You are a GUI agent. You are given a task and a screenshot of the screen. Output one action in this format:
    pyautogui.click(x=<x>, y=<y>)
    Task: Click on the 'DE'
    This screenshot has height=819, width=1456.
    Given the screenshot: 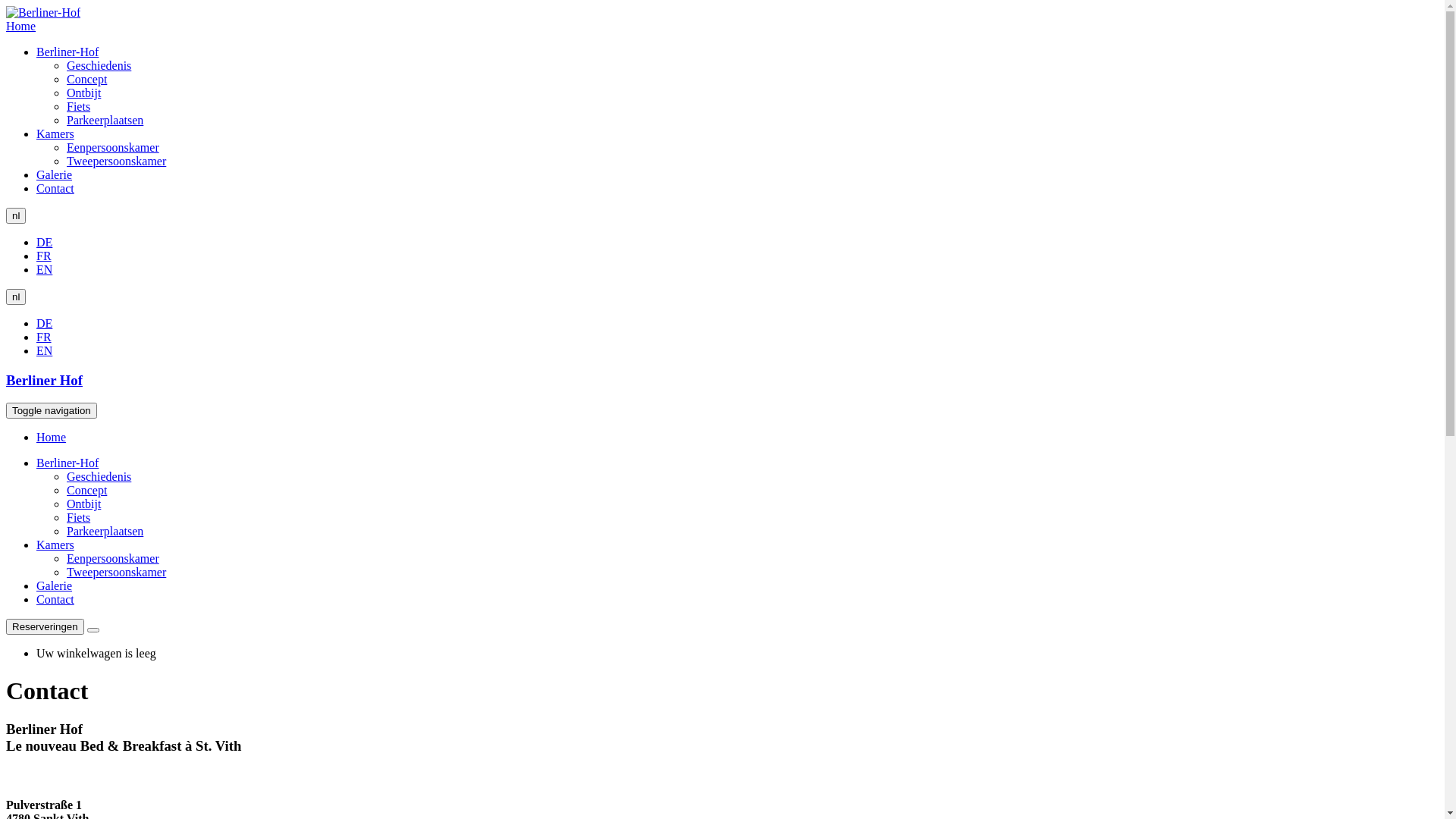 What is the action you would take?
    pyautogui.click(x=44, y=322)
    